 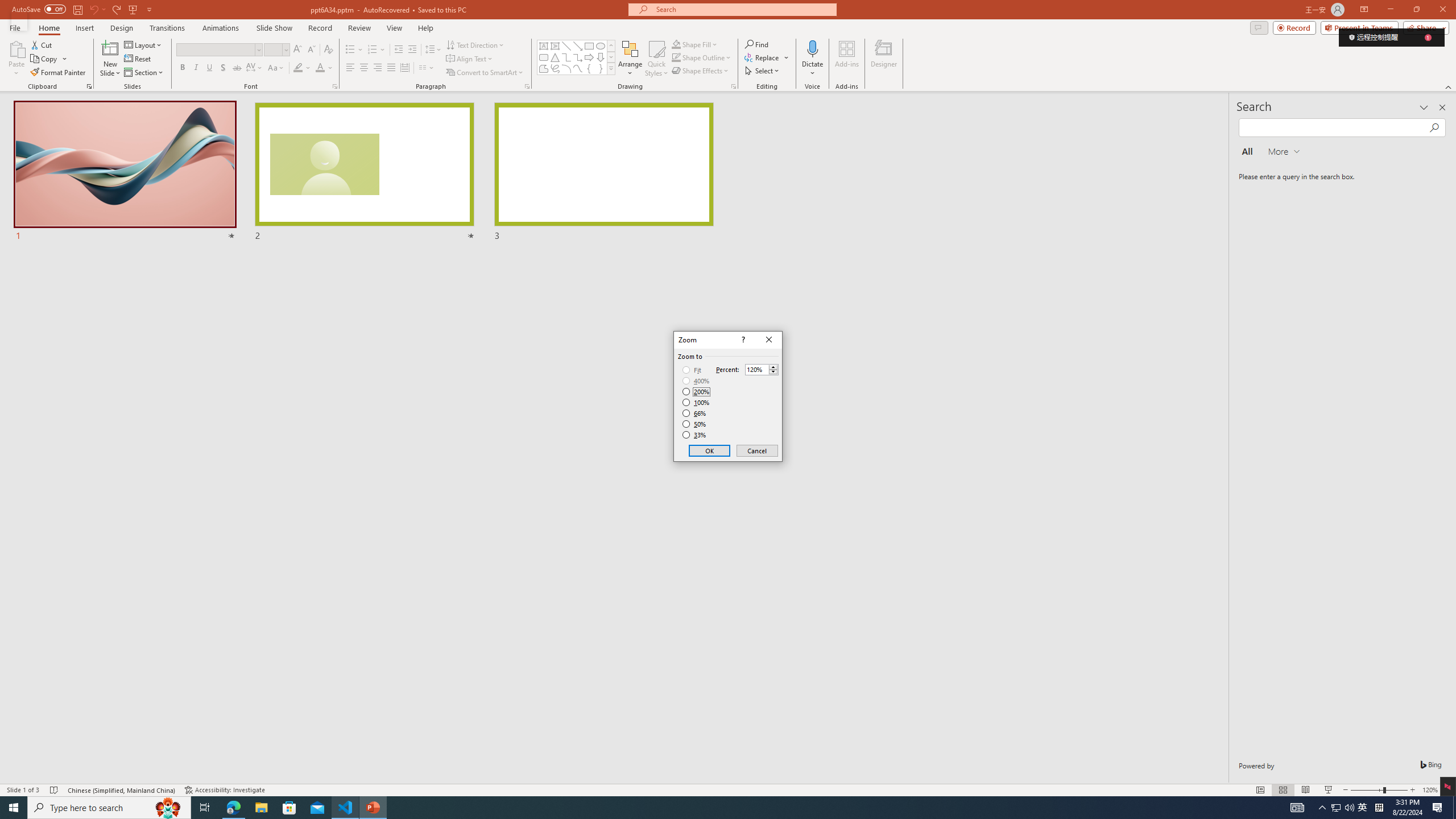 I want to click on 'Format Painter', so click(x=58, y=72).